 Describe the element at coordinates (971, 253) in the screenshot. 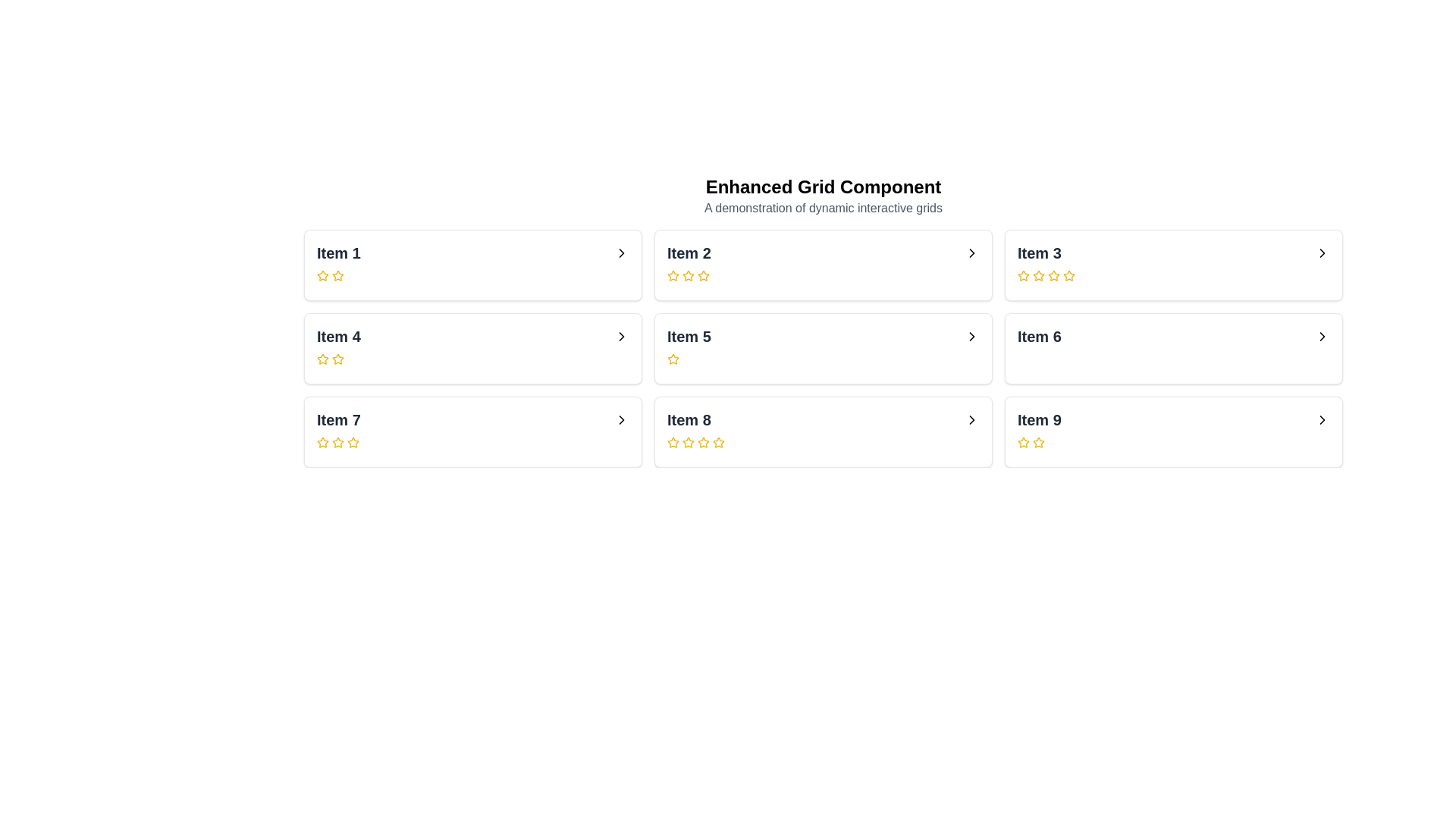

I see `the interactive expansion icon located at the rightmost part of 'Item 2' to trigger hover effects` at that location.